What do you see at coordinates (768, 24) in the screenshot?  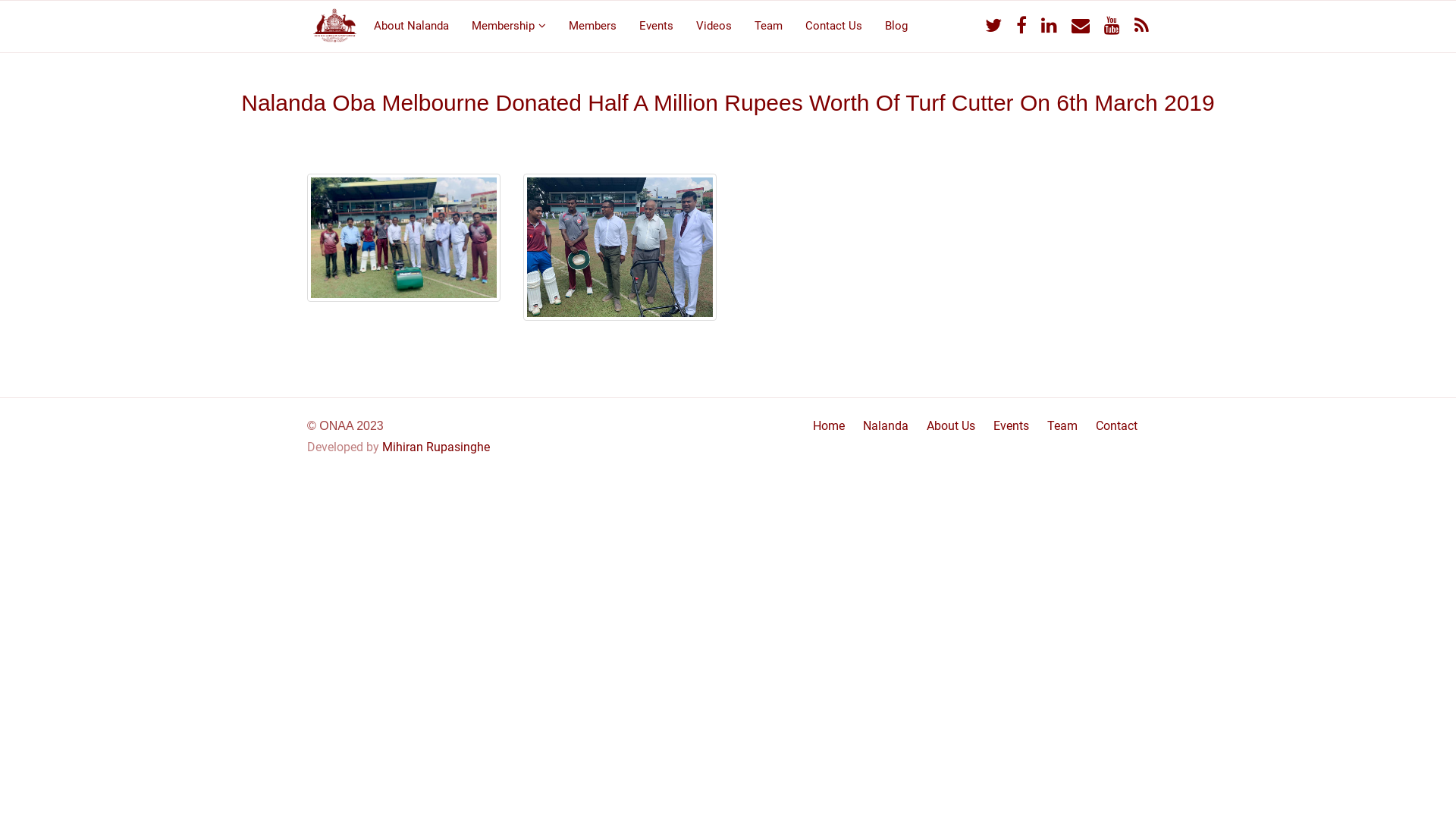 I see `'Team'` at bounding box center [768, 24].